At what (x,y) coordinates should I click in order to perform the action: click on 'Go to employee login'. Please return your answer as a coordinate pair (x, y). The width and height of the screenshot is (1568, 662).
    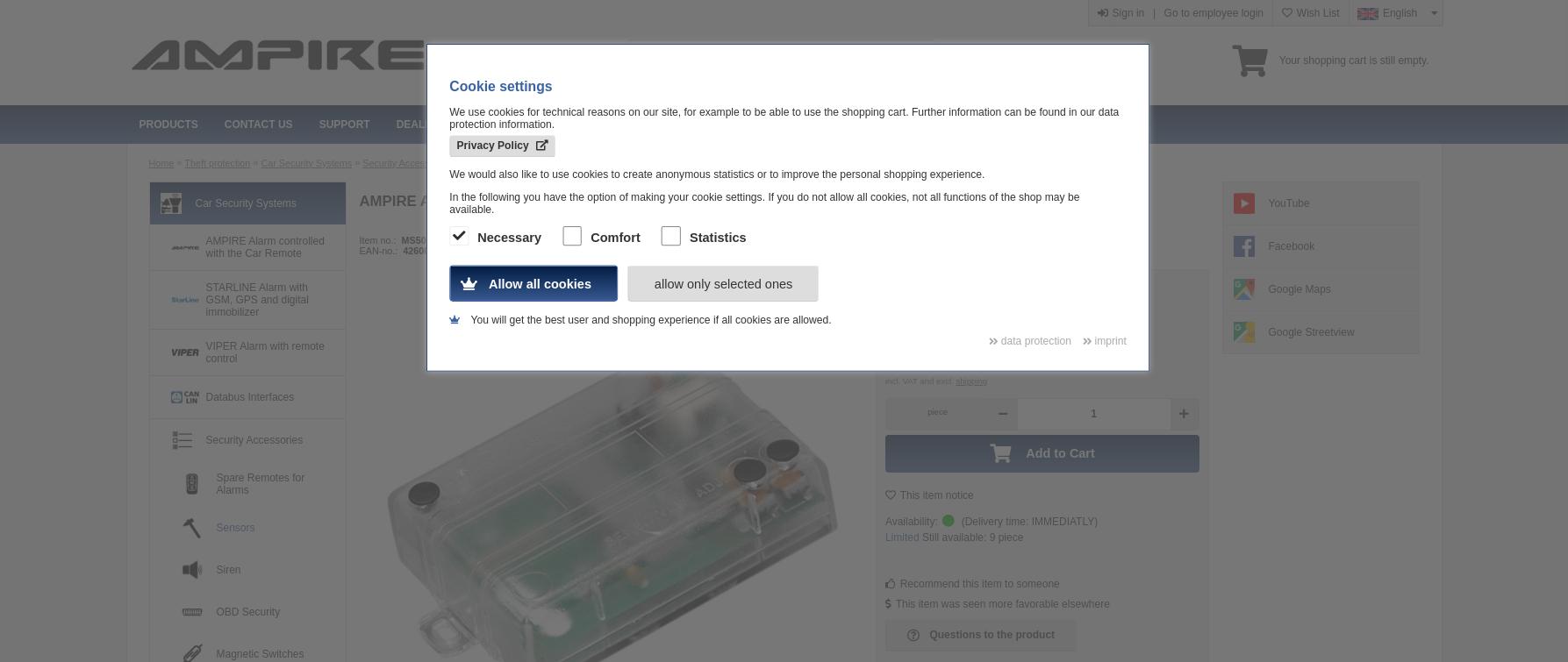
    Looking at the image, I should click on (1212, 13).